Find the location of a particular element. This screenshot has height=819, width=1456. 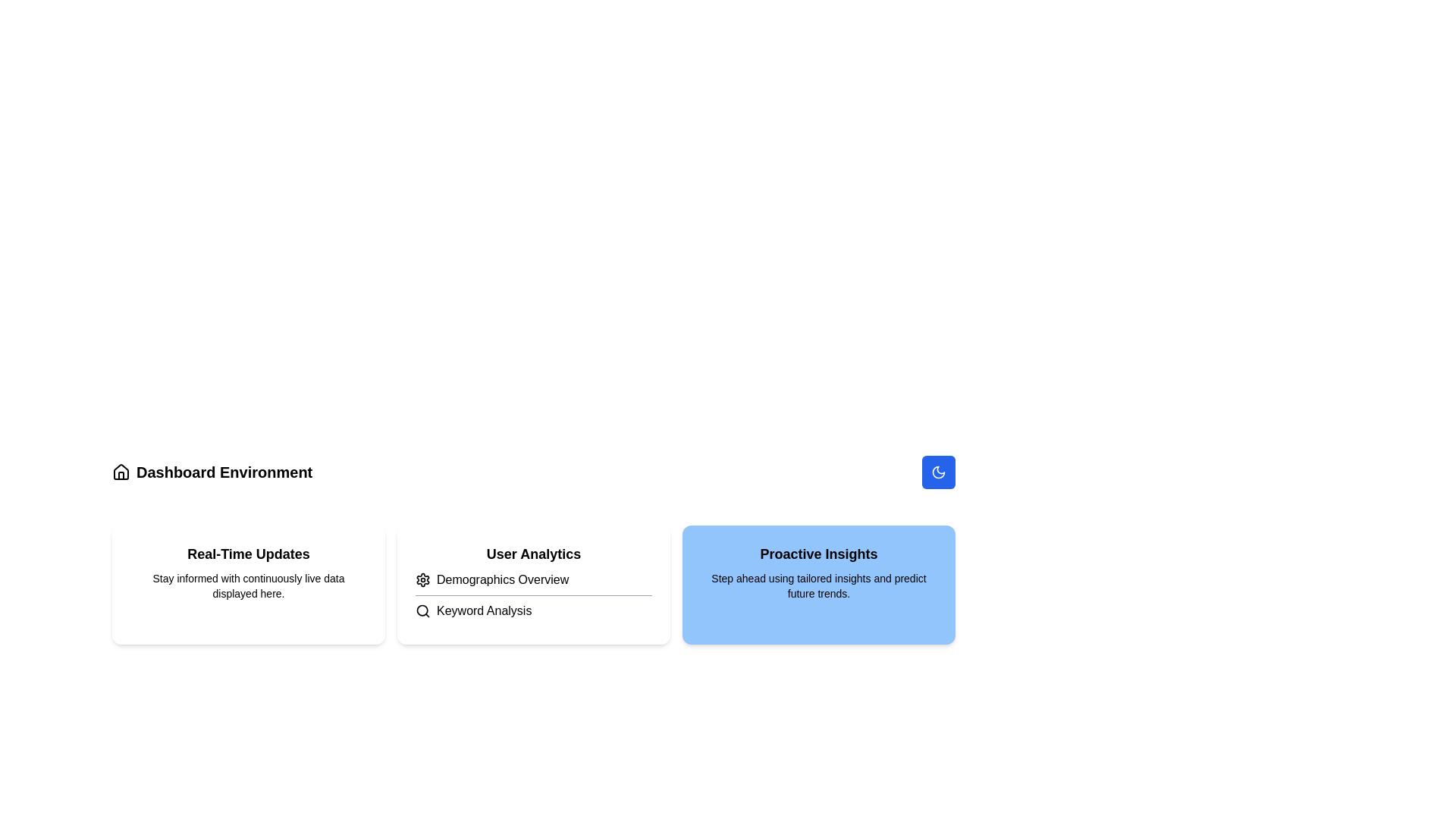

the circle component of the magnifying glass icon, which represents the search function in the upper-right area of the interface layout is located at coordinates (422, 610).